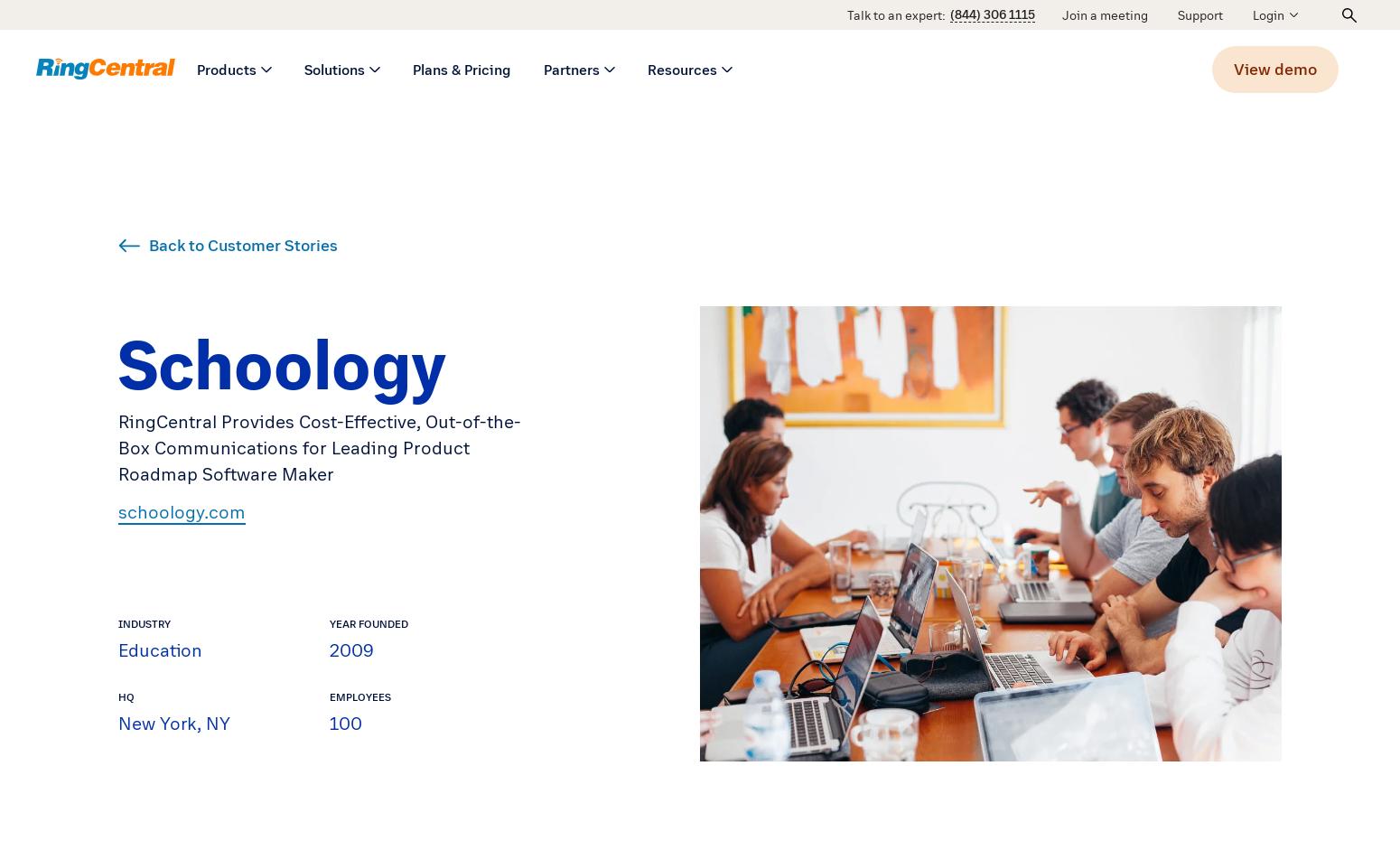 Image resolution: width=1400 pixels, height=850 pixels. I want to click on 'Resources', so click(648, 68).